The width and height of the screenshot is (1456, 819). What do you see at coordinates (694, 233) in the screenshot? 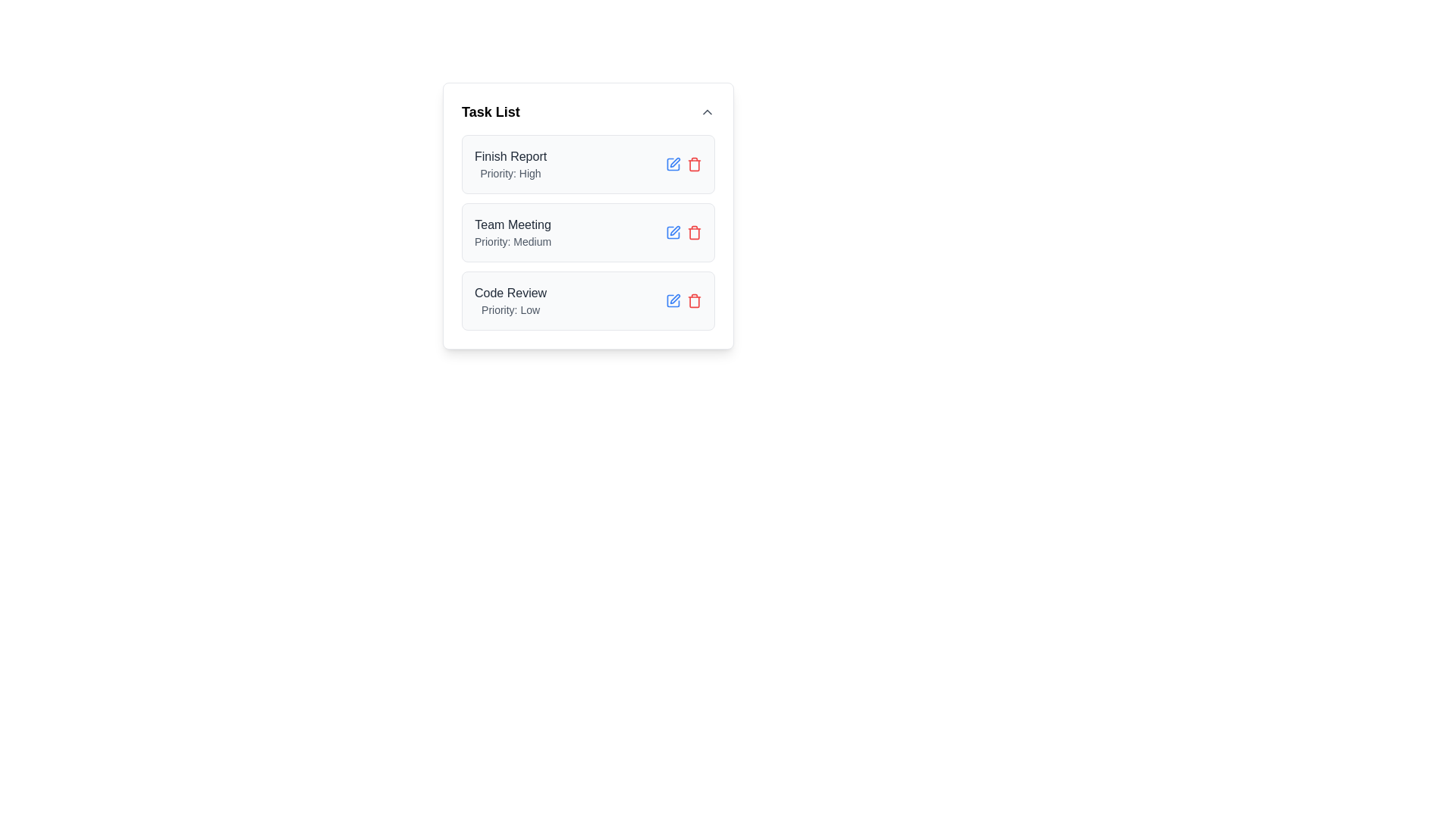
I see `the delete button for the 'Team Meeting' task` at bounding box center [694, 233].